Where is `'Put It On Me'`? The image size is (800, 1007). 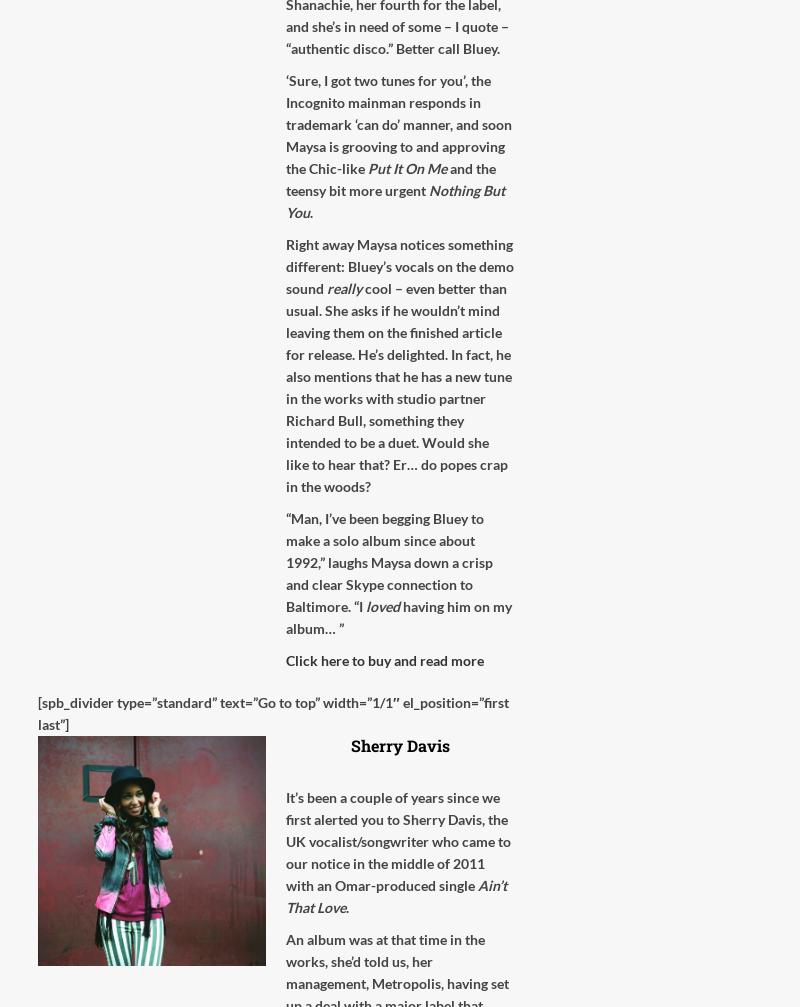
'Put It On Me' is located at coordinates (407, 168).